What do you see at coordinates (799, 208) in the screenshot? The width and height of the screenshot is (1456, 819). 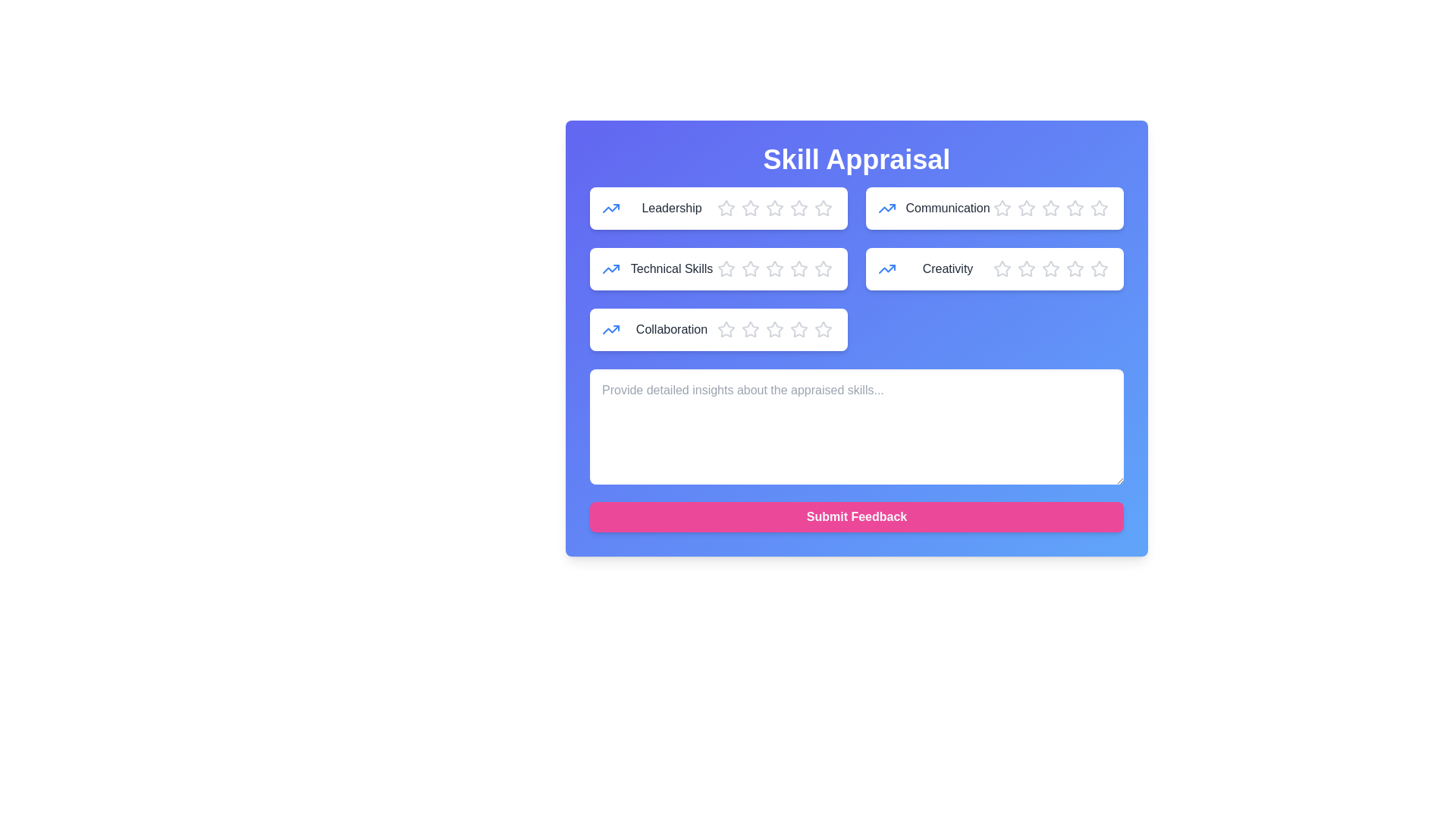 I see `the star corresponding to 4 stars to preview the rating` at bounding box center [799, 208].